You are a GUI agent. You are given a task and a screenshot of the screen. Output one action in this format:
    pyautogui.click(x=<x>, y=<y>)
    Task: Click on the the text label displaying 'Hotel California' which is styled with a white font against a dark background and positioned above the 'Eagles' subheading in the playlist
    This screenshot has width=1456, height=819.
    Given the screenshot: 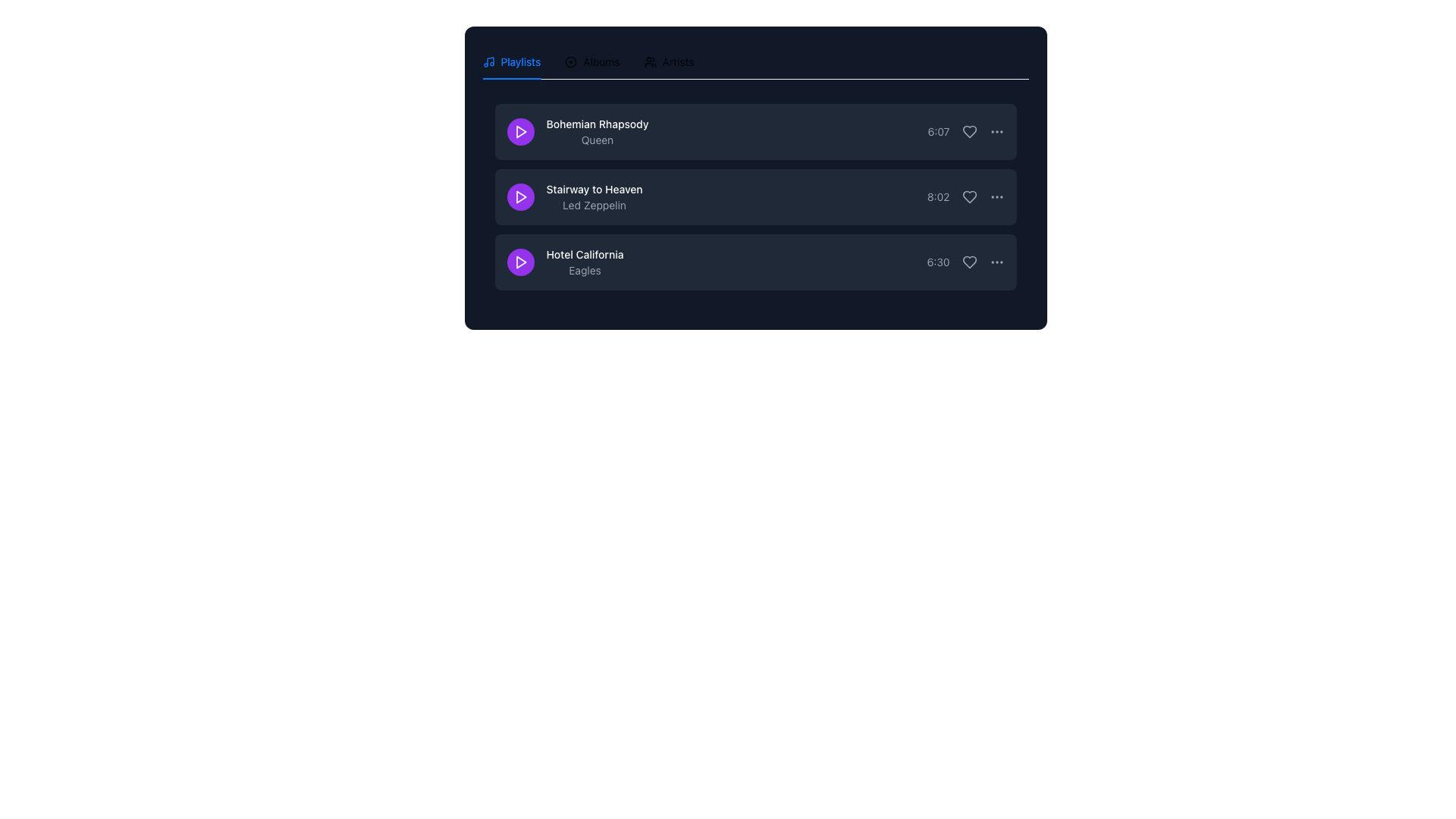 What is the action you would take?
    pyautogui.click(x=584, y=253)
    